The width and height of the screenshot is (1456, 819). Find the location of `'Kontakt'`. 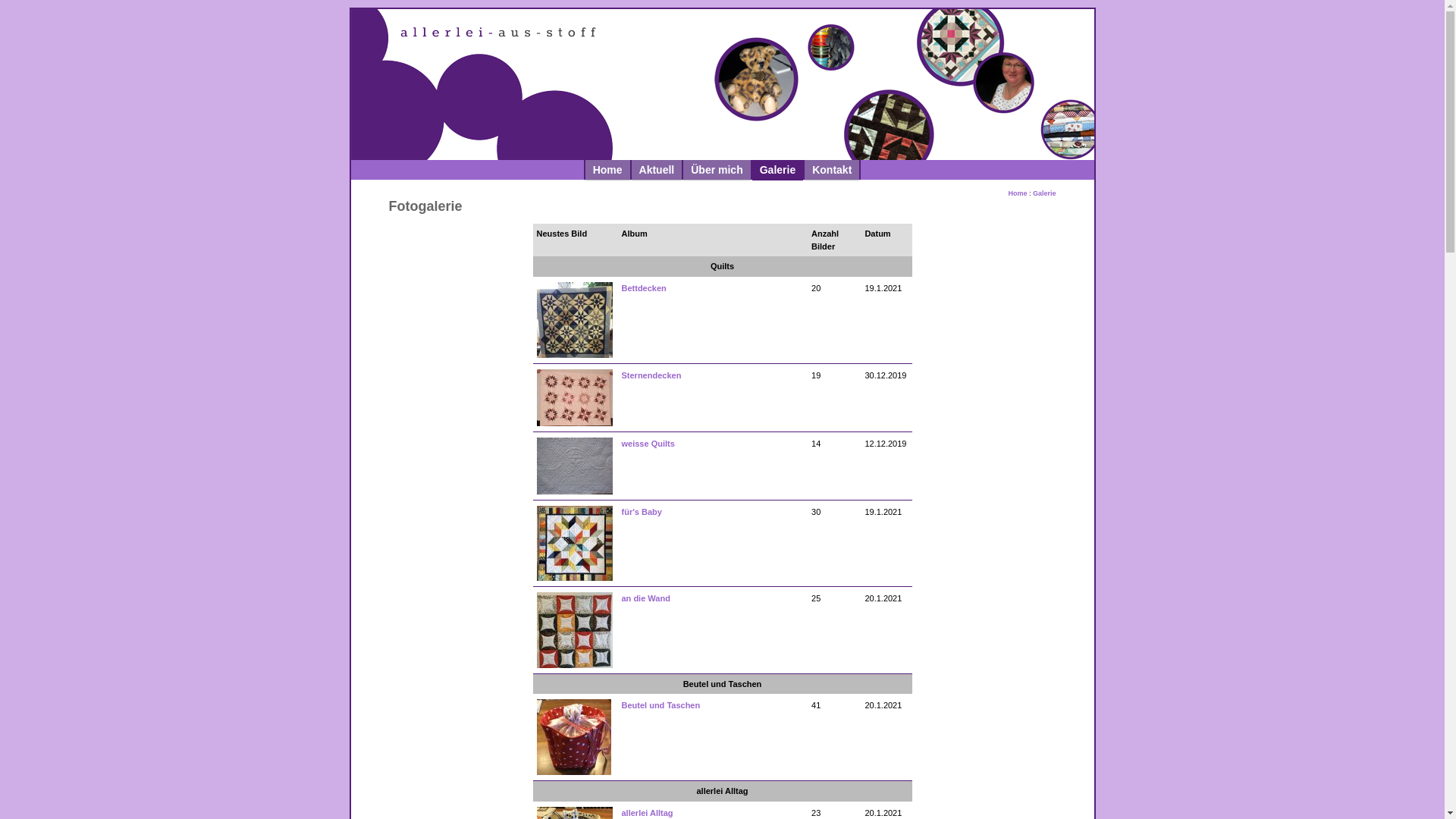

'Kontakt' is located at coordinates (803, 169).